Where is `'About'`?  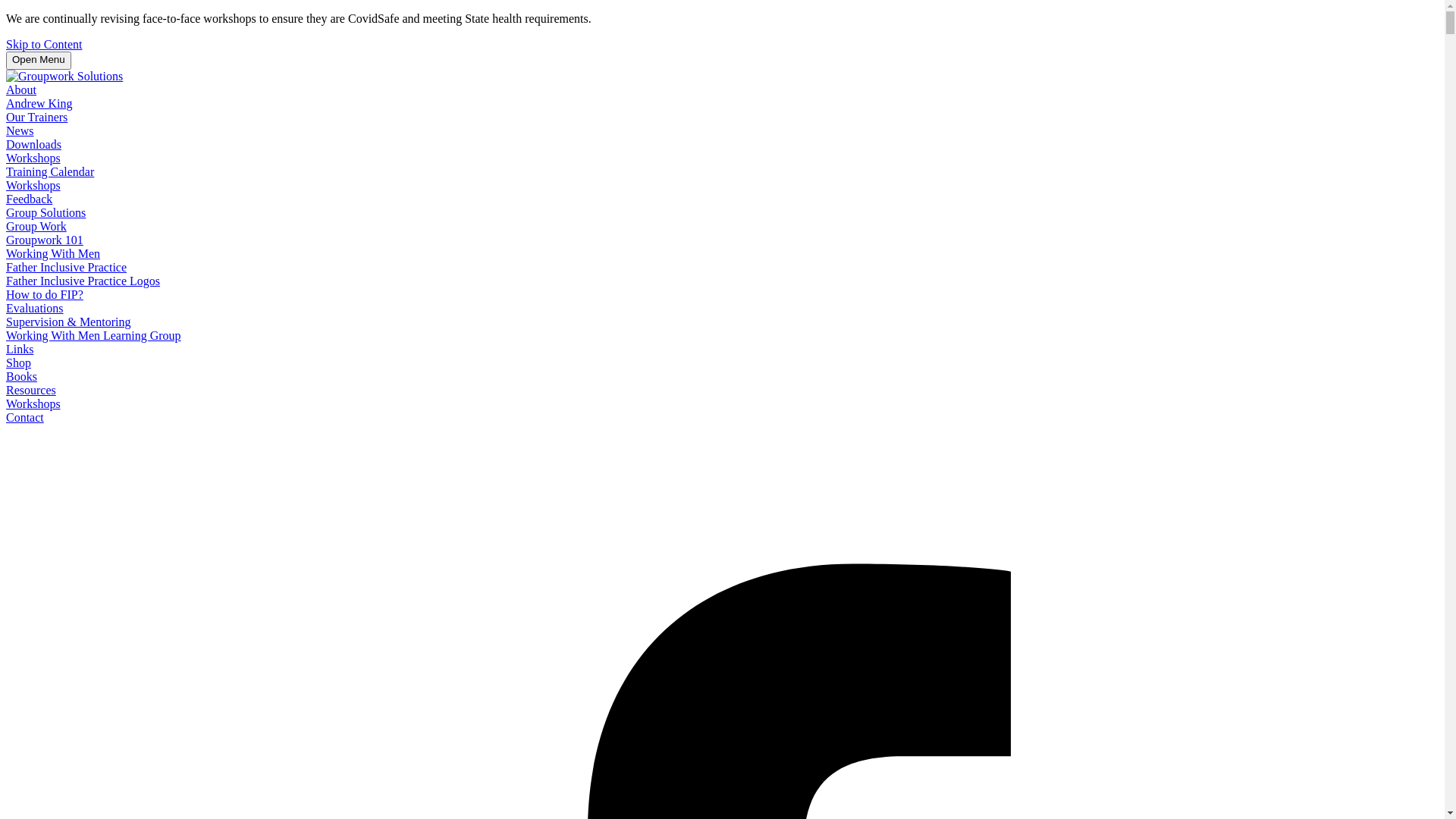
'About' is located at coordinates (21, 89).